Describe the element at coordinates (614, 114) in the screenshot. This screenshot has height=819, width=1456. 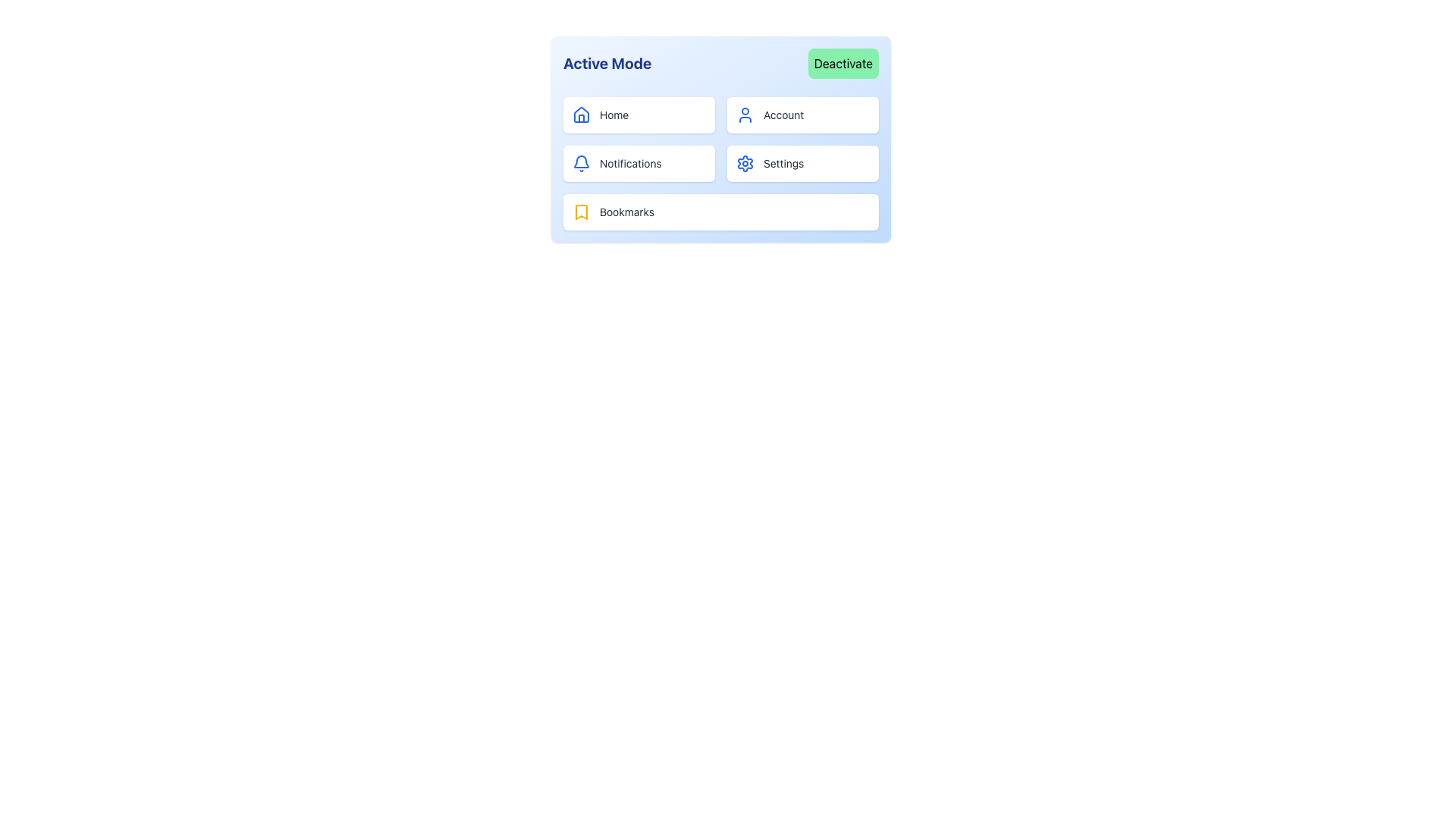
I see `the 'Home' text label located within the first button of a grid layout, which informs the user about the button's purpose` at that location.